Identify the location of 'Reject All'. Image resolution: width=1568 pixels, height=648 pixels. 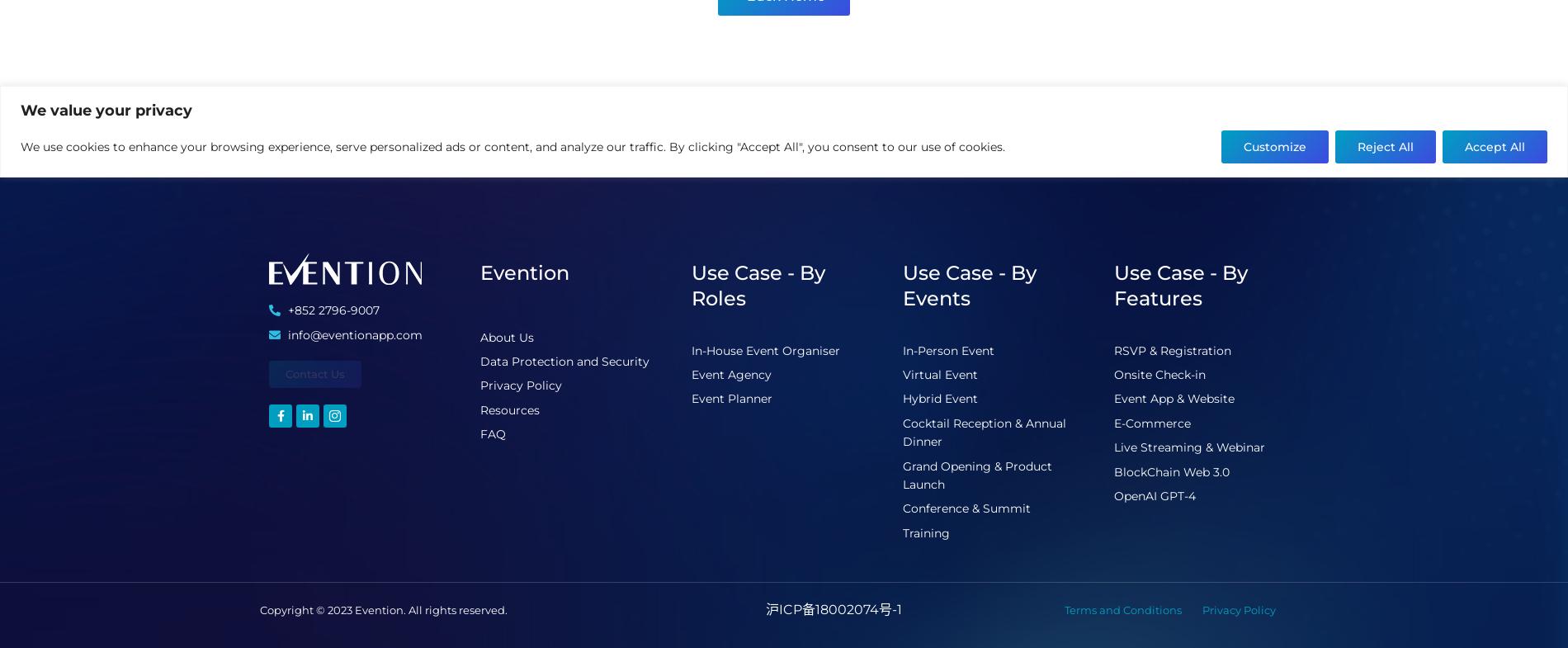
(1385, 145).